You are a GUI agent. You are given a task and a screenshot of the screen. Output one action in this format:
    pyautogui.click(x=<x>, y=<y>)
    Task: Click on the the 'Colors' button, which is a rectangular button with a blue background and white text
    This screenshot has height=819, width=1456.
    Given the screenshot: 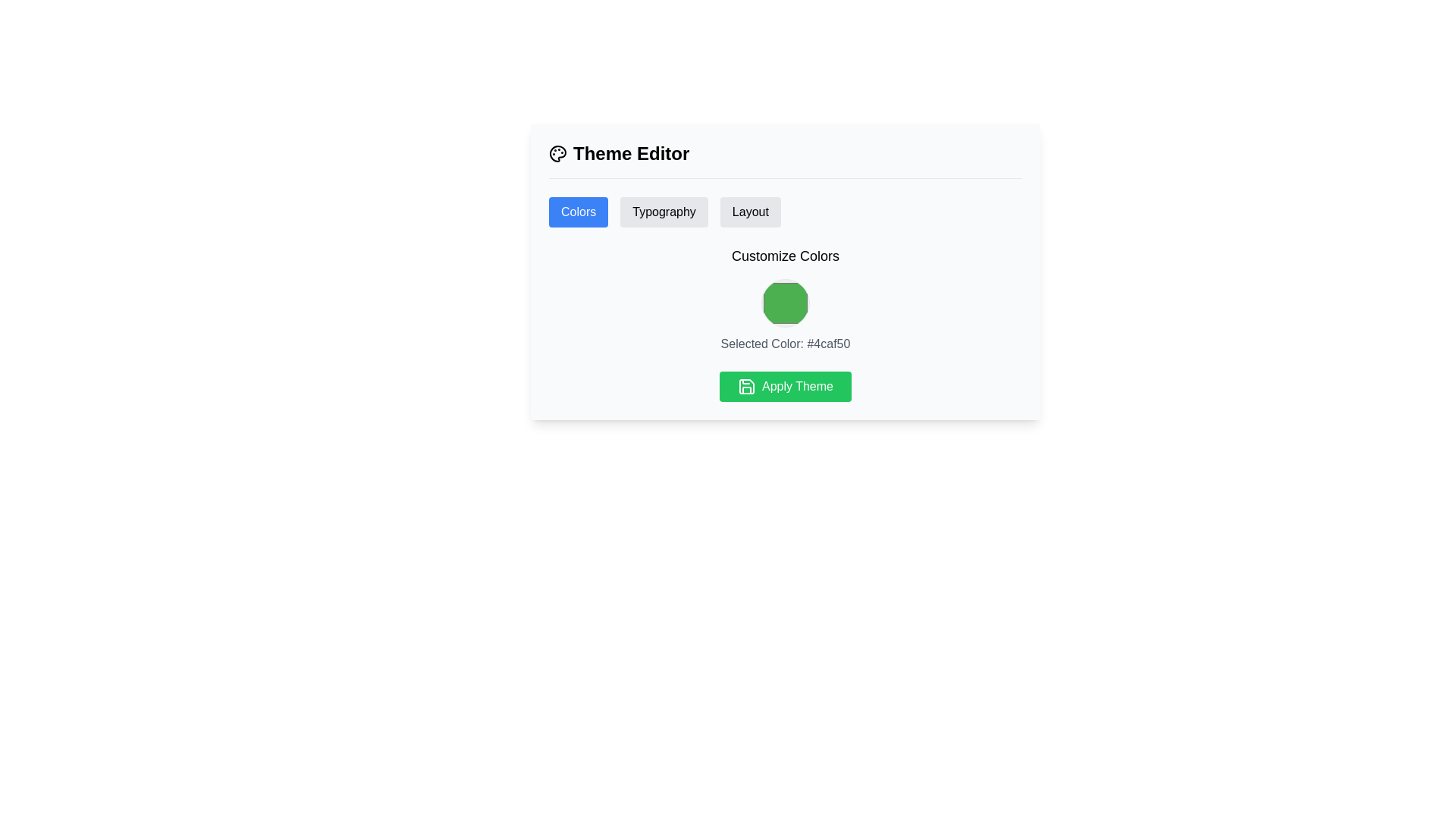 What is the action you would take?
    pyautogui.click(x=578, y=212)
    